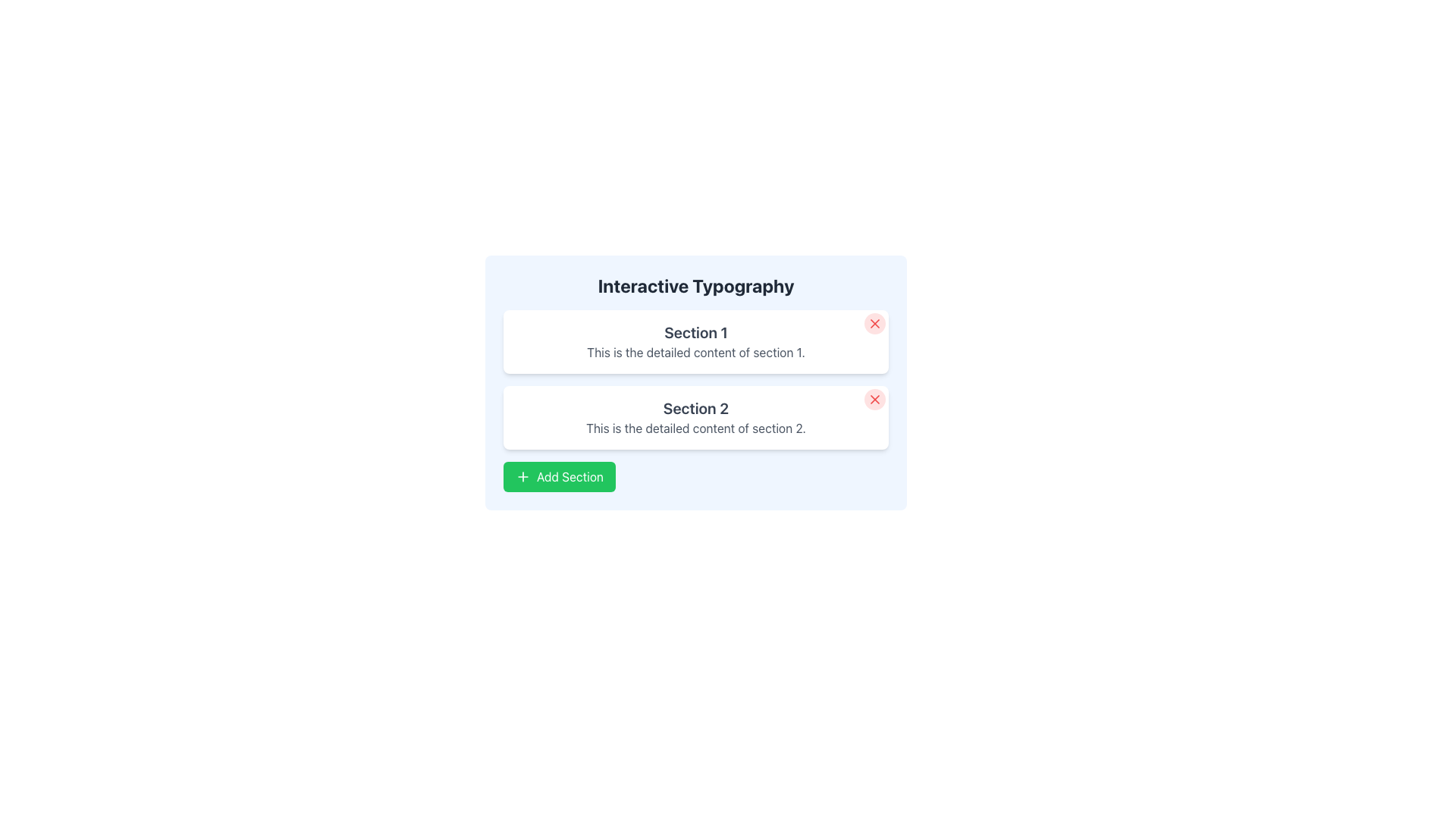  What do you see at coordinates (874, 399) in the screenshot?
I see `the close icon button located in the top-right corner of the 'Section 2' box` at bounding box center [874, 399].